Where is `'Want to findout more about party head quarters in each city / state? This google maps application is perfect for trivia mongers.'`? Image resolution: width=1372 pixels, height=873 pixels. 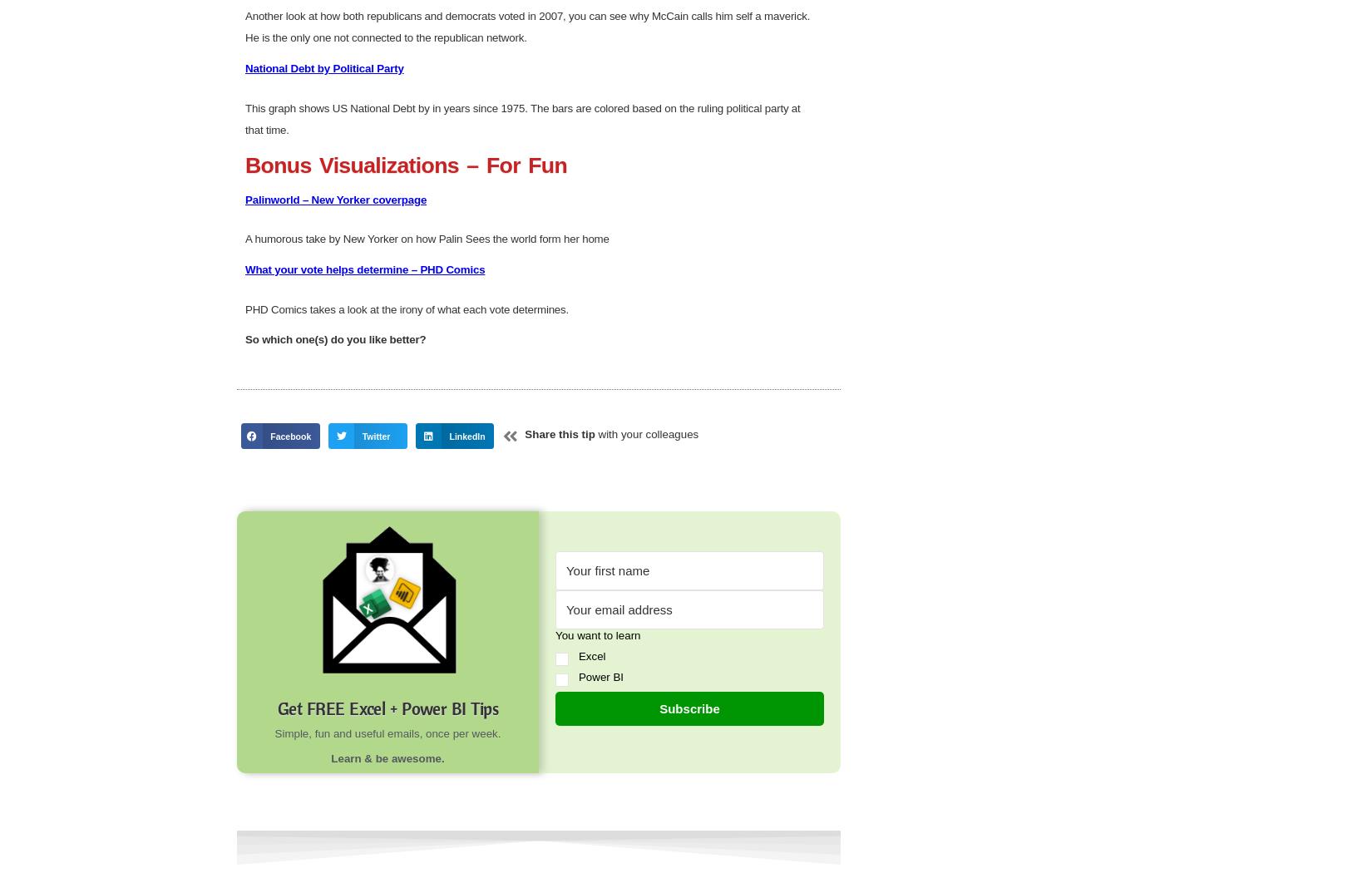 'Want to findout more about party head quarters in each city / state? This google maps application is perfect for trivia mongers.' is located at coordinates (518, 22).